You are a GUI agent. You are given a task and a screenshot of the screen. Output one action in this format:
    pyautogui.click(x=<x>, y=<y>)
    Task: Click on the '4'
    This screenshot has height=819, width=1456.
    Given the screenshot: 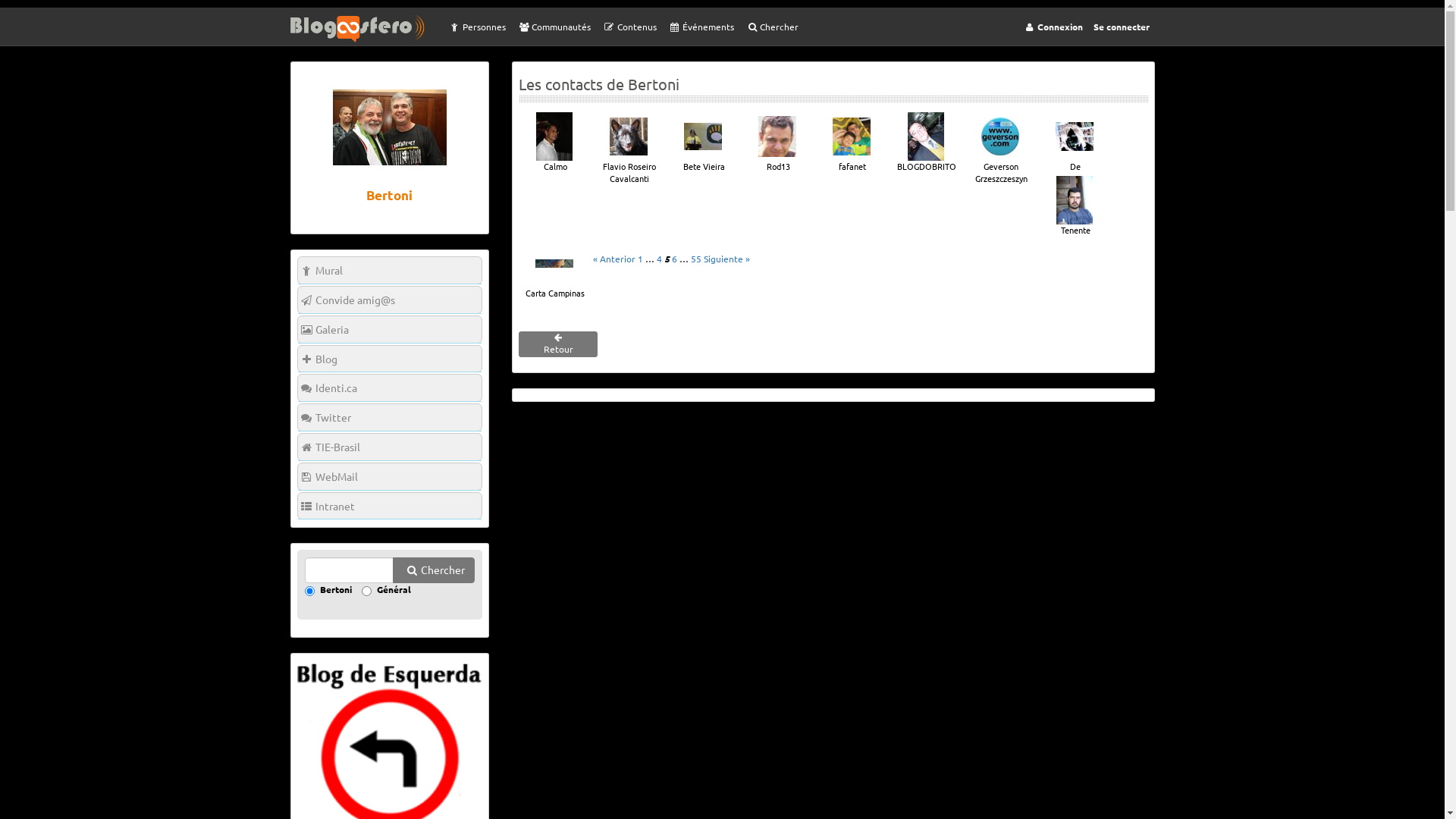 What is the action you would take?
    pyautogui.click(x=659, y=257)
    